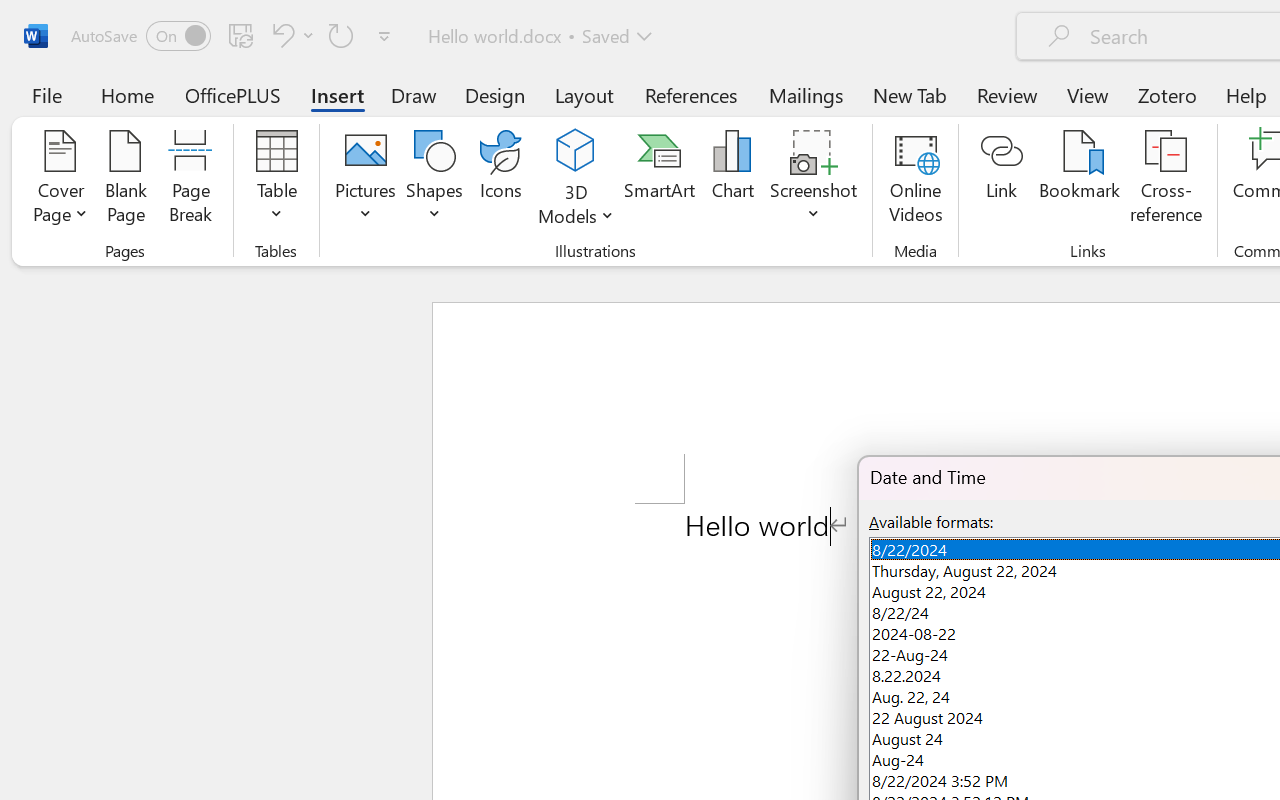 This screenshot has height=800, width=1280. What do you see at coordinates (233, 94) in the screenshot?
I see `'OfficePLUS'` at bounding box center [233, 94].